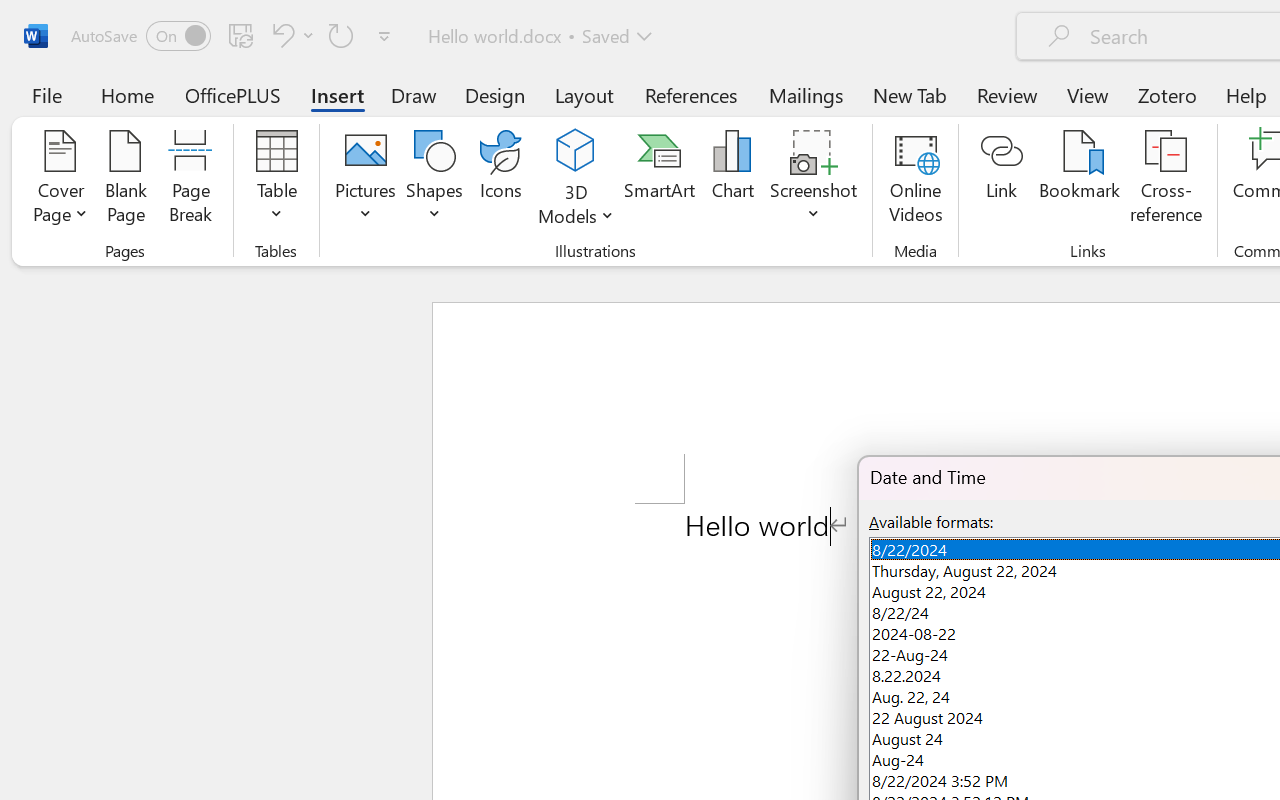 This screenshot has height=800, width=1280. What do you see at coordinates (233, 94) in the screenshot?
I see `'OfficePLUS'` at bounding box center [233, 94].